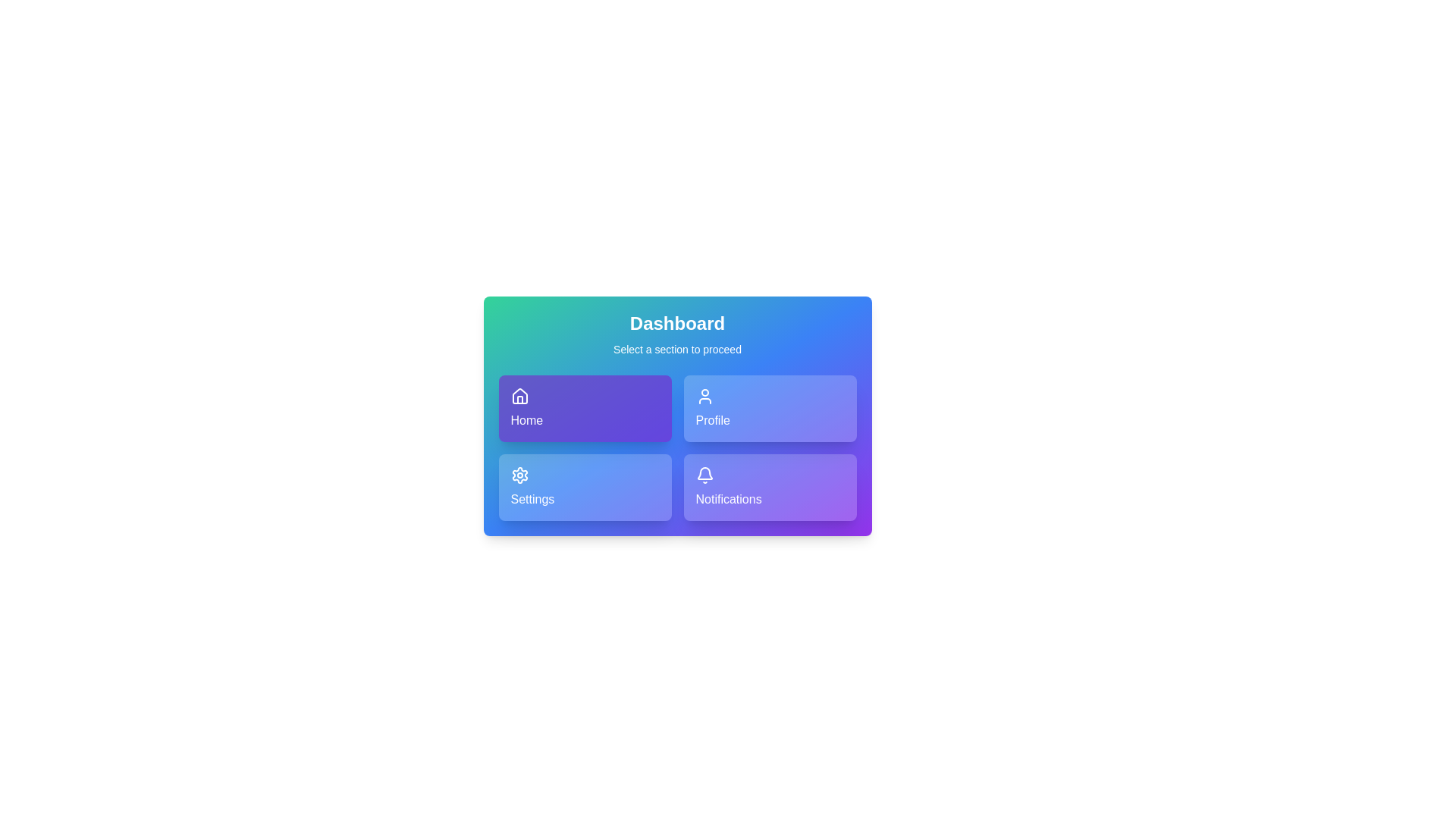 The width and height of the screenshot is (1456, 819). What do you see at coordinates (584, 488) in the screenshot?
I see `the Settings button to observe its visual effect` at bounding box center [584, 488].